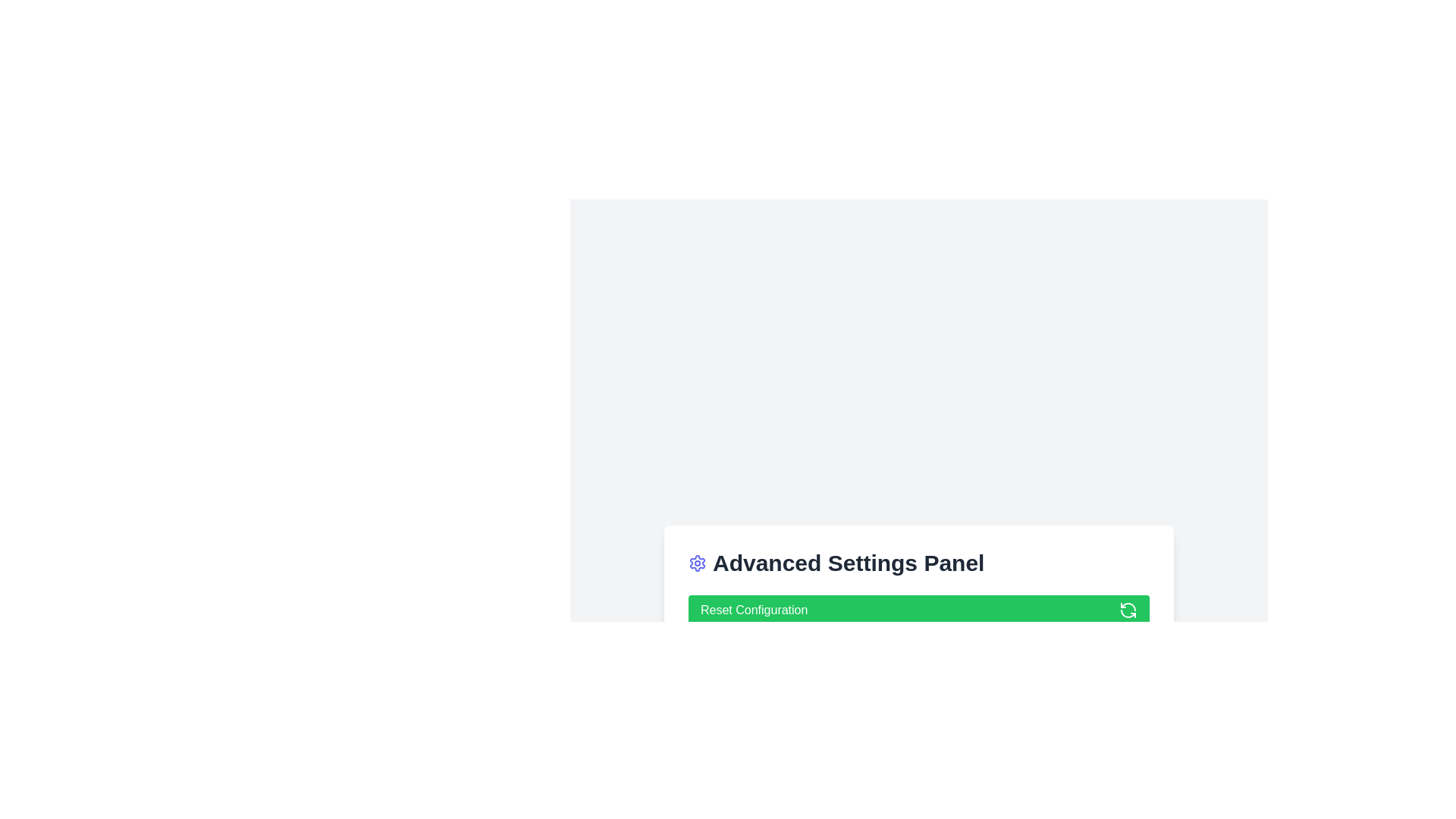 This screenshot has height=819, width=1456. I want to click on the settings icon, which is a vector-based graphical representation, so click(697, 563).